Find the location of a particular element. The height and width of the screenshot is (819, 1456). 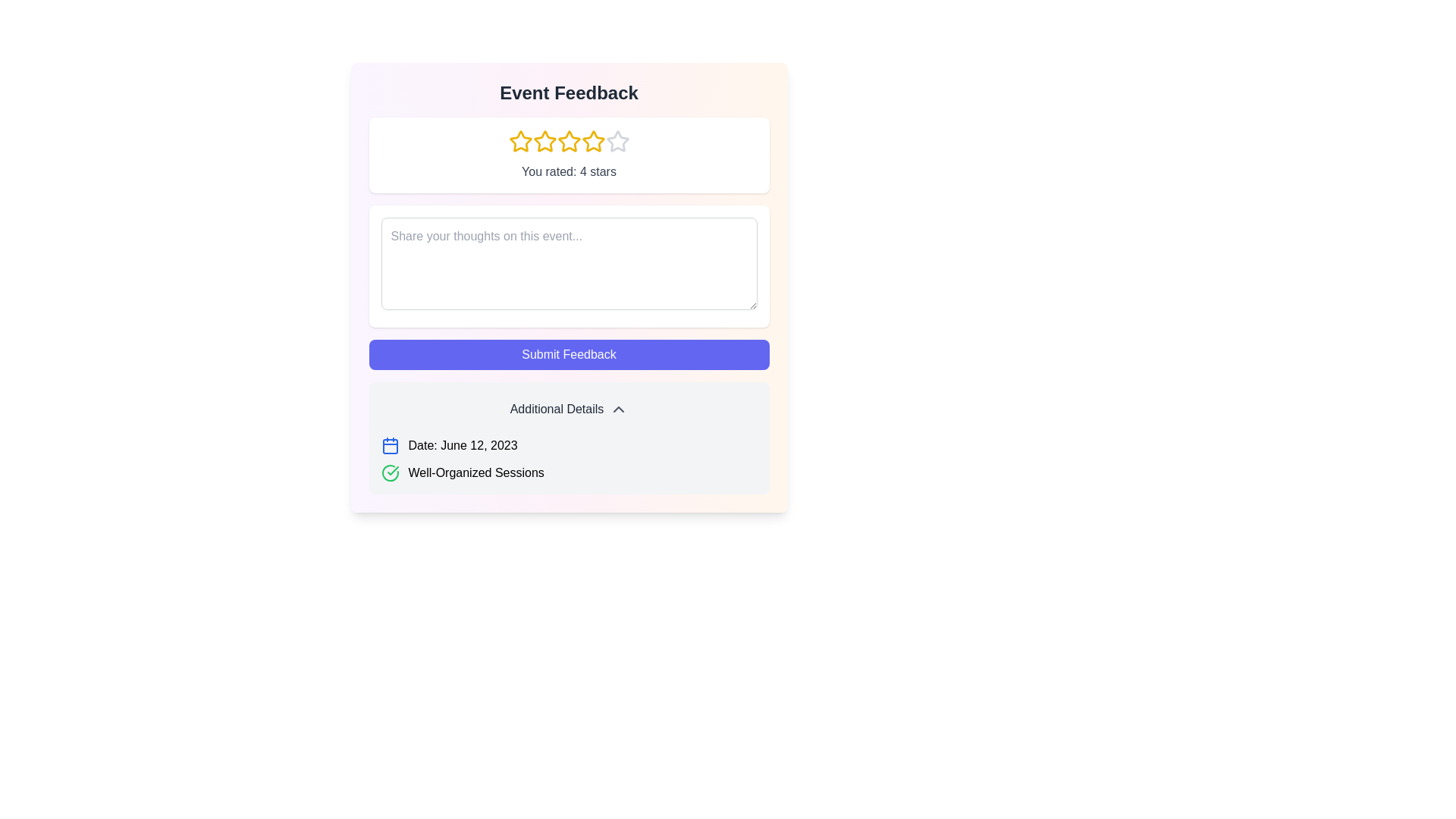

the button labeled 'Additional Details' which is centered at the bottom of the 'Event Feedback' panel, above the details labeled 'Date: June 12, 2023' and 'Well-Organized Sessions' is located at coordinates (568, 409).